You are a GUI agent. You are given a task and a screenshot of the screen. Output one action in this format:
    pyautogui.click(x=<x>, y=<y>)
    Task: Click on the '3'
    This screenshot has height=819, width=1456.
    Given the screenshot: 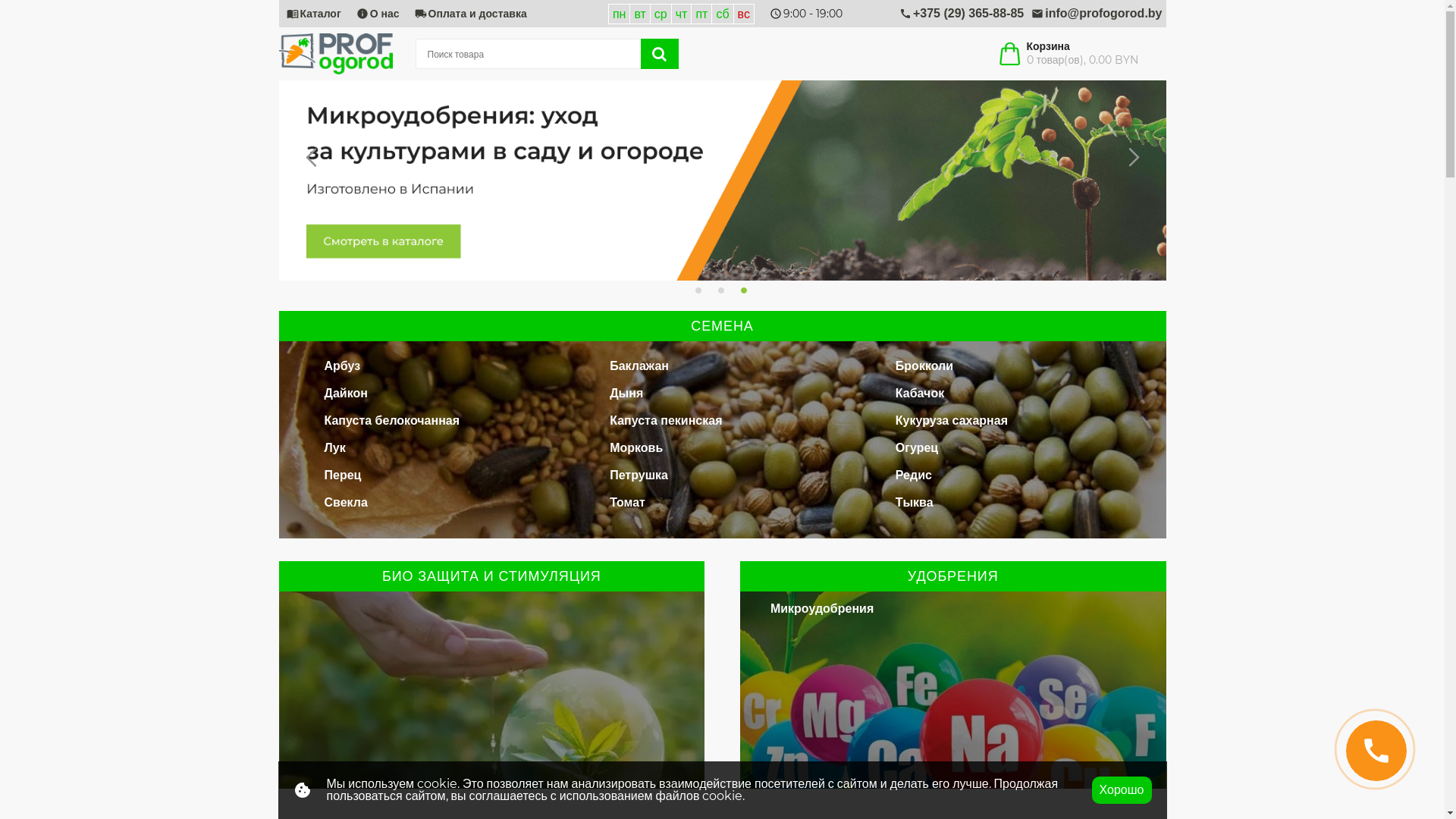 What is the action you would take?
    pyautogui.click(x=745, y=292)
    